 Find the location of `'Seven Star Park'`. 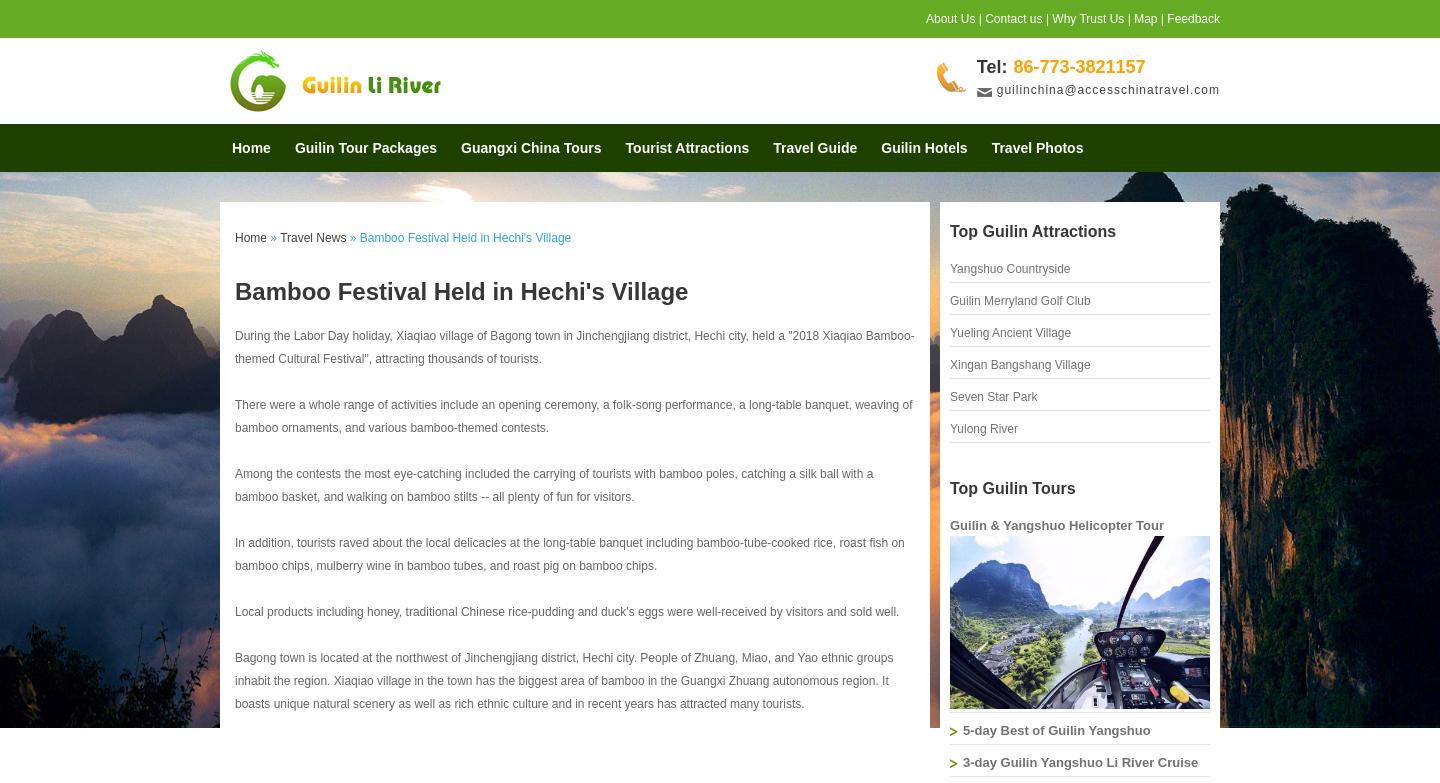

'Seven Star Park' is located at coordinates (992, 395).